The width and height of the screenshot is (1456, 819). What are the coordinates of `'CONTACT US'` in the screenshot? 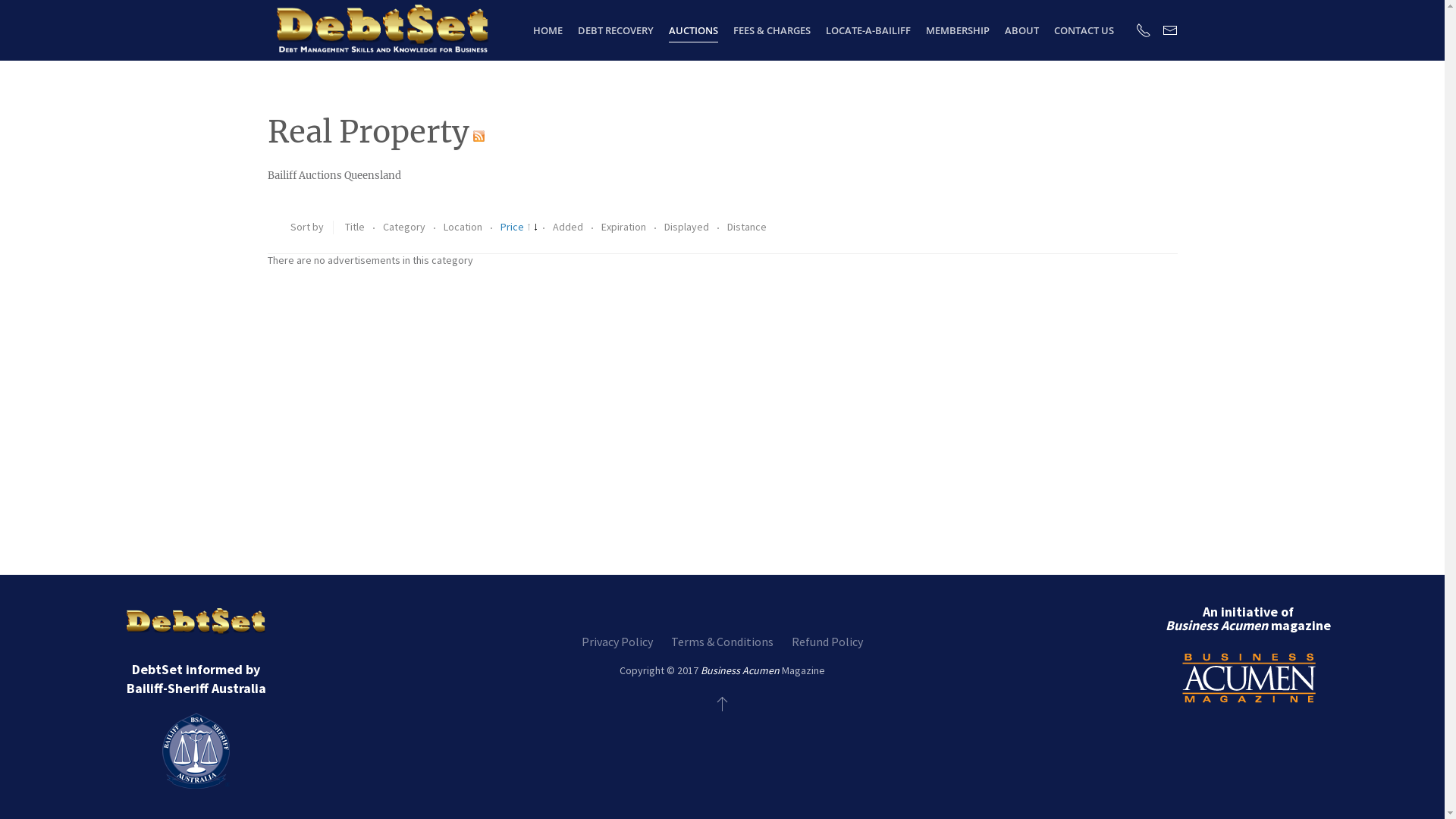 It's located at (1083, 30).